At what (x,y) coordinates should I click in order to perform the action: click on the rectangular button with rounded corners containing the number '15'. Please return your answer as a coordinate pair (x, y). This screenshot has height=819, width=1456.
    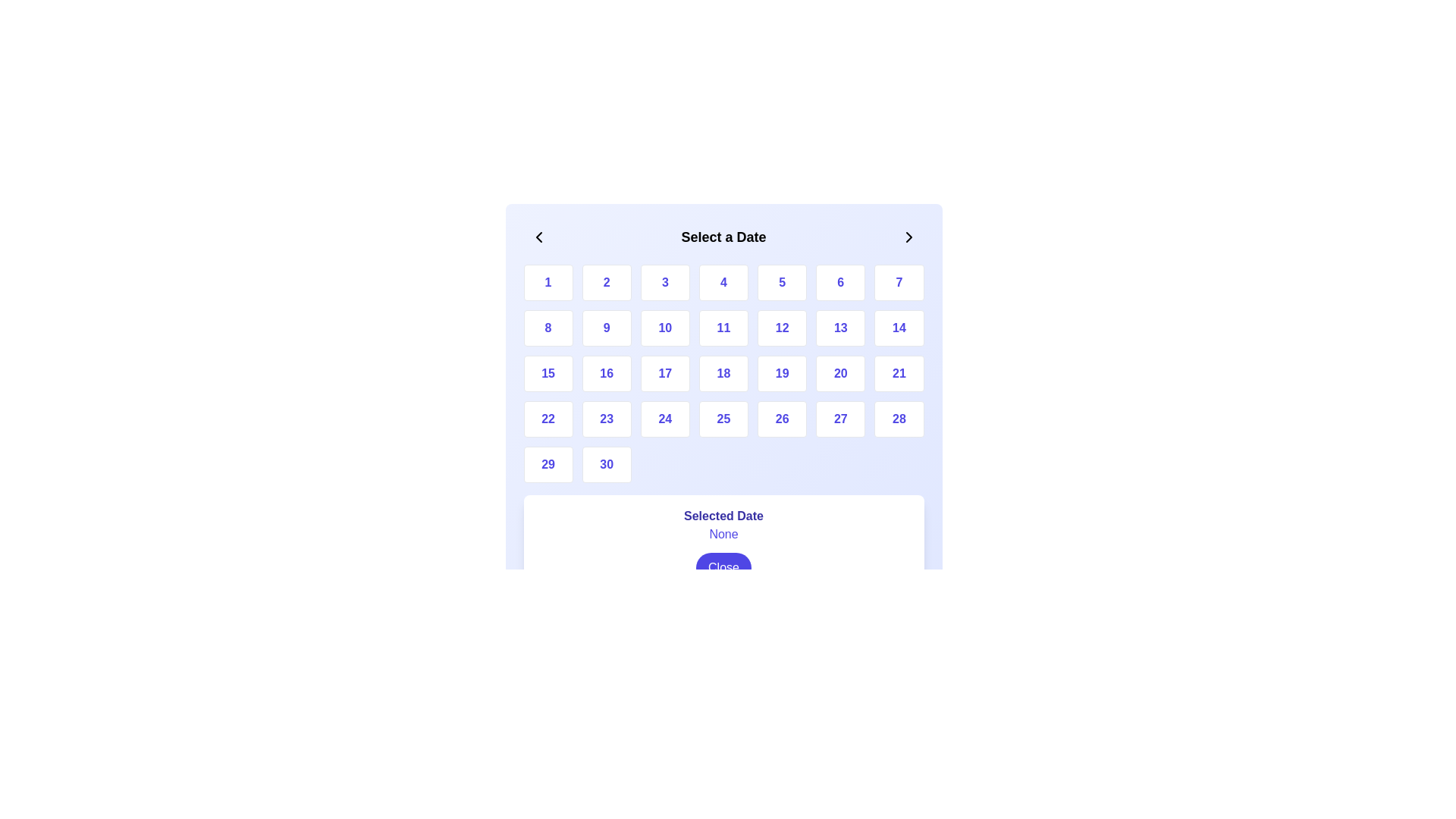
    Looking at the image, I should click on (548, 374).